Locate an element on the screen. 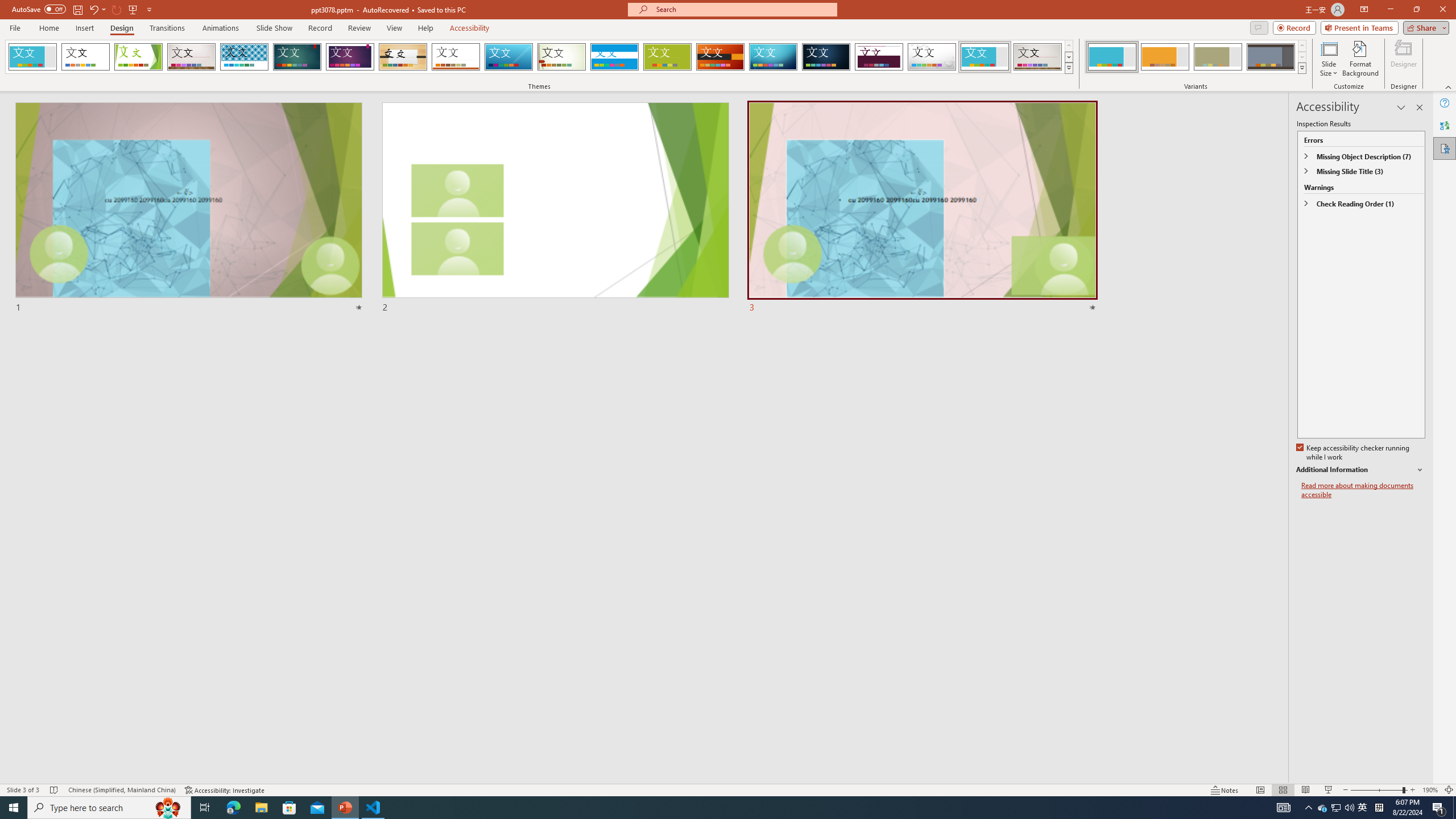 The image size is (1456, 819). 'AutomationID: ThemeVariantsGallery' is located at coordinates (1196, 56).